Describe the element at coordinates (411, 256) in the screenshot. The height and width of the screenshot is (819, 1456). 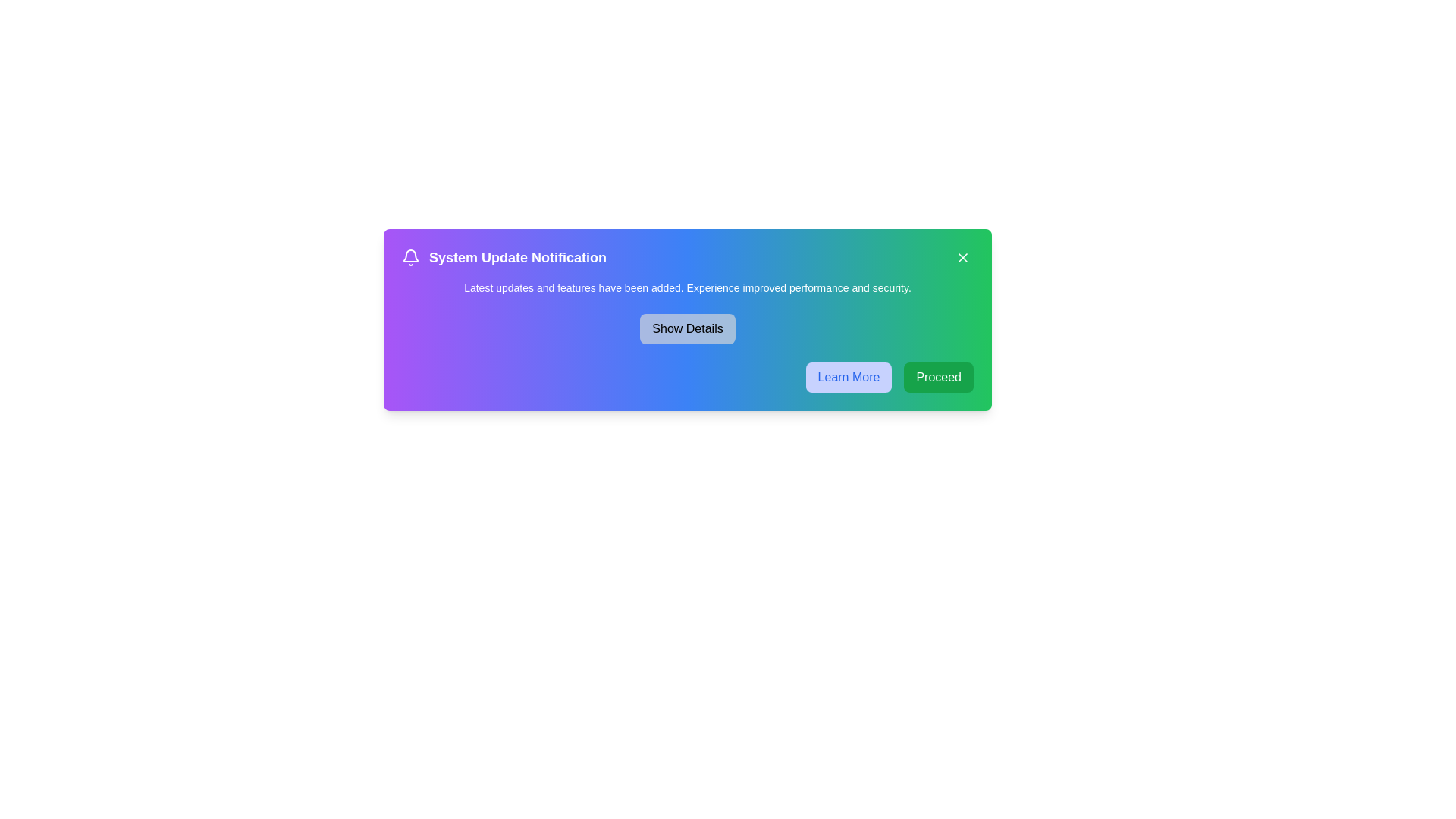
I see `the notification bell icon located at the top-left corner of the notification component` at that location.